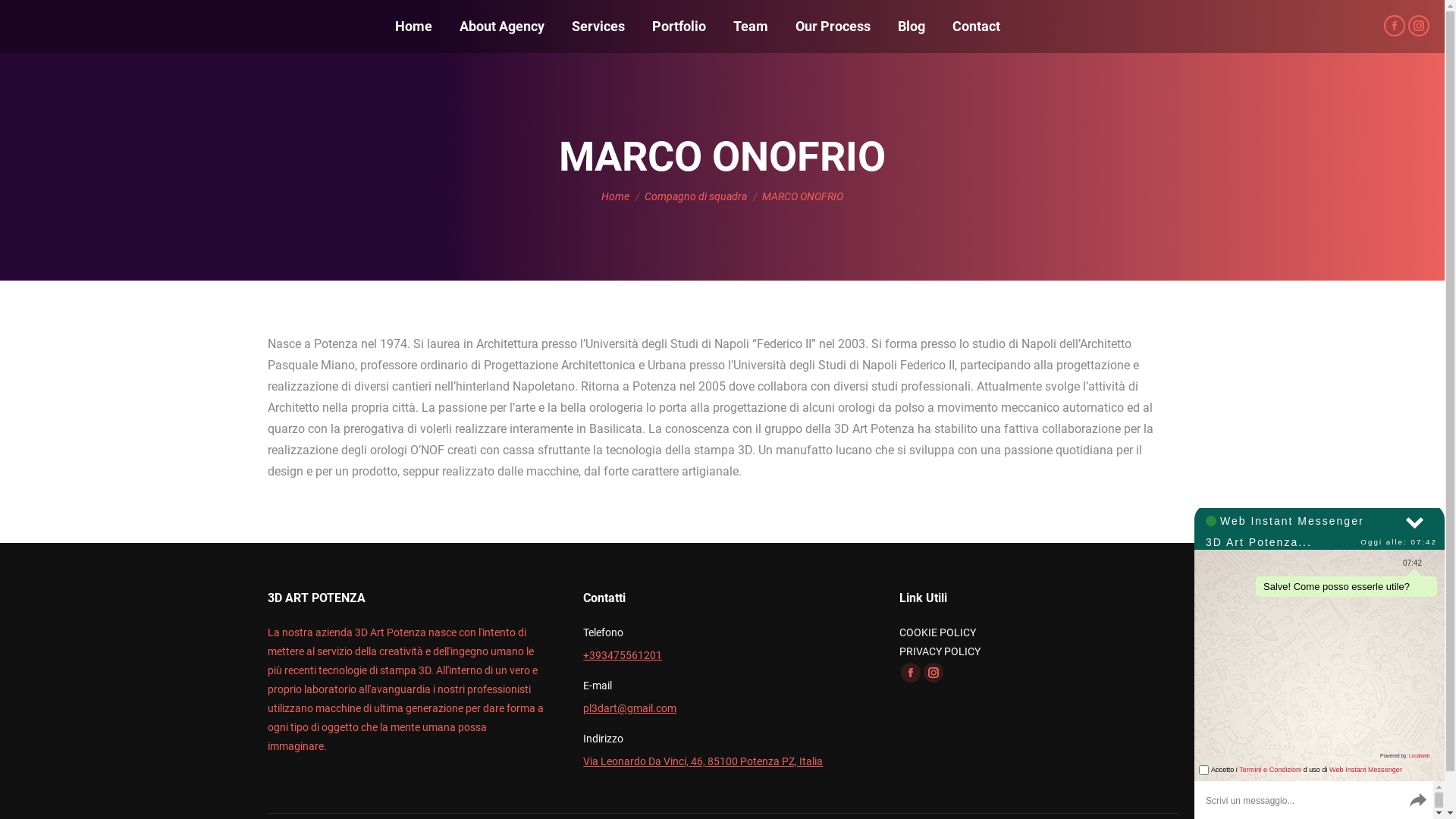 The image size is (1456, 819). What do you see at coordinates (597, 26) in the screenshot?
I see `'Services'` at bounding box center [597, 26].